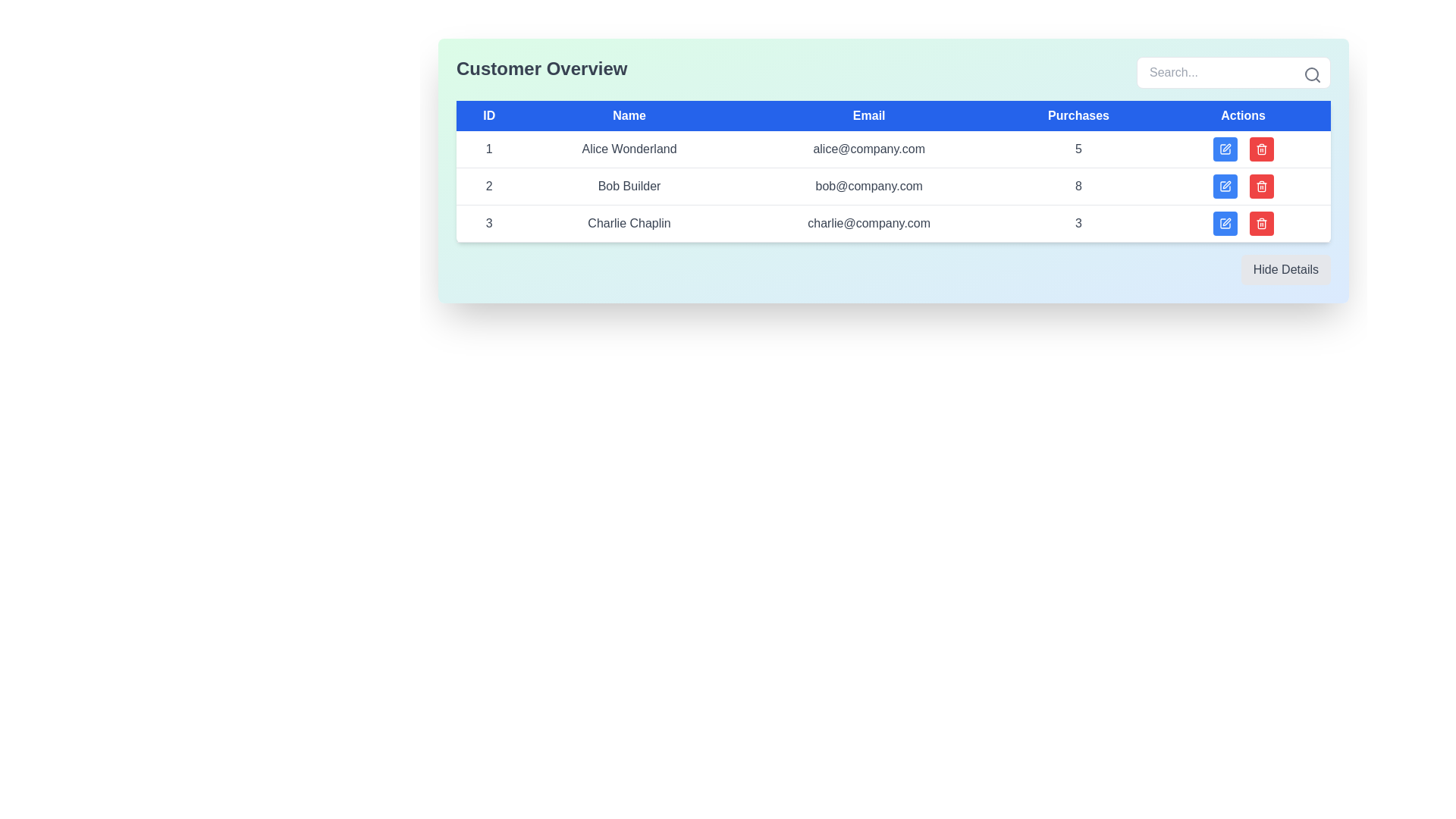 This screenshot has height=819, width=1456. Describe the element at coordinates (1225, 223) in the screenshot. I see `the 'Edit' button located in the last row of the table under the 'Actions' column to experience the hover effect` at that location.